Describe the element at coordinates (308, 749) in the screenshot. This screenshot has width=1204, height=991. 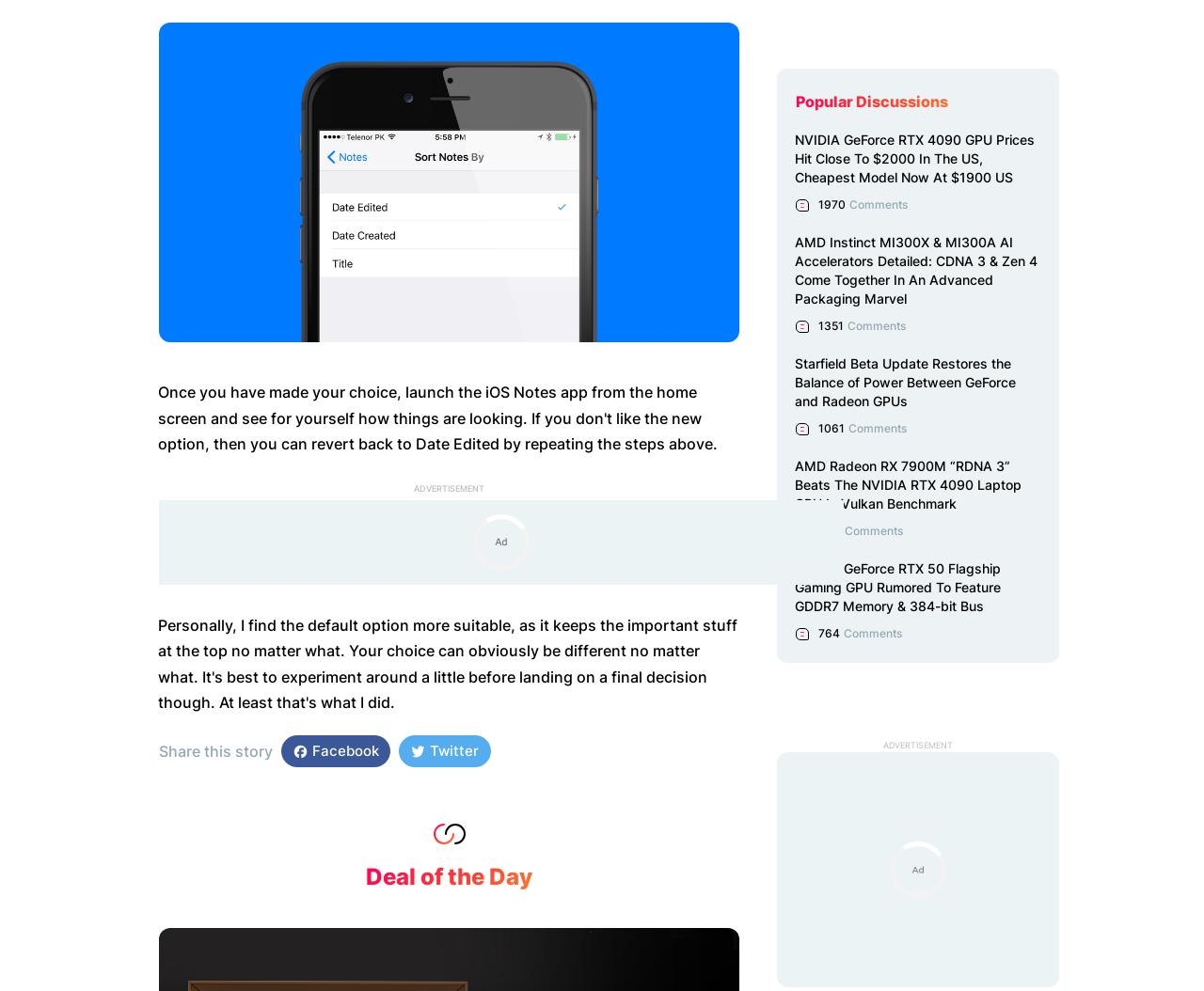
I see `'Facebook'` at that location.